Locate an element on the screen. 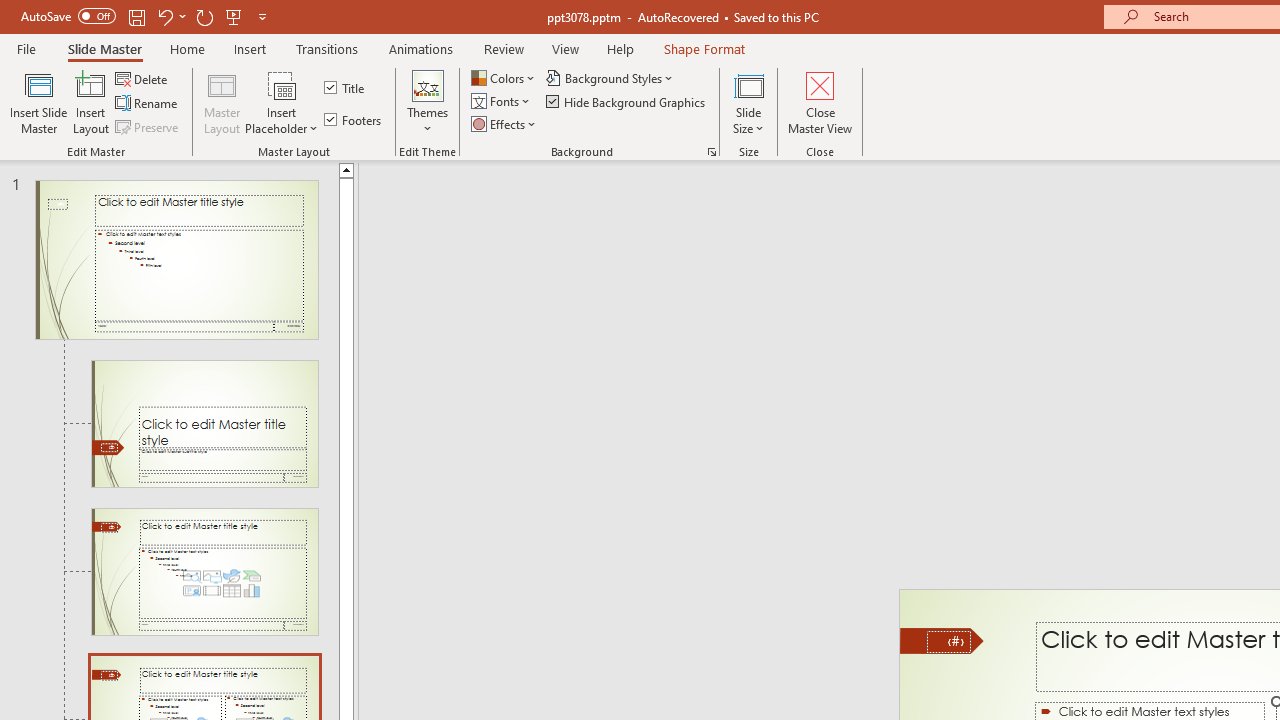 This screenshot has width=1280, height=720. 'Fonts' is located at coordinates (503, 101).